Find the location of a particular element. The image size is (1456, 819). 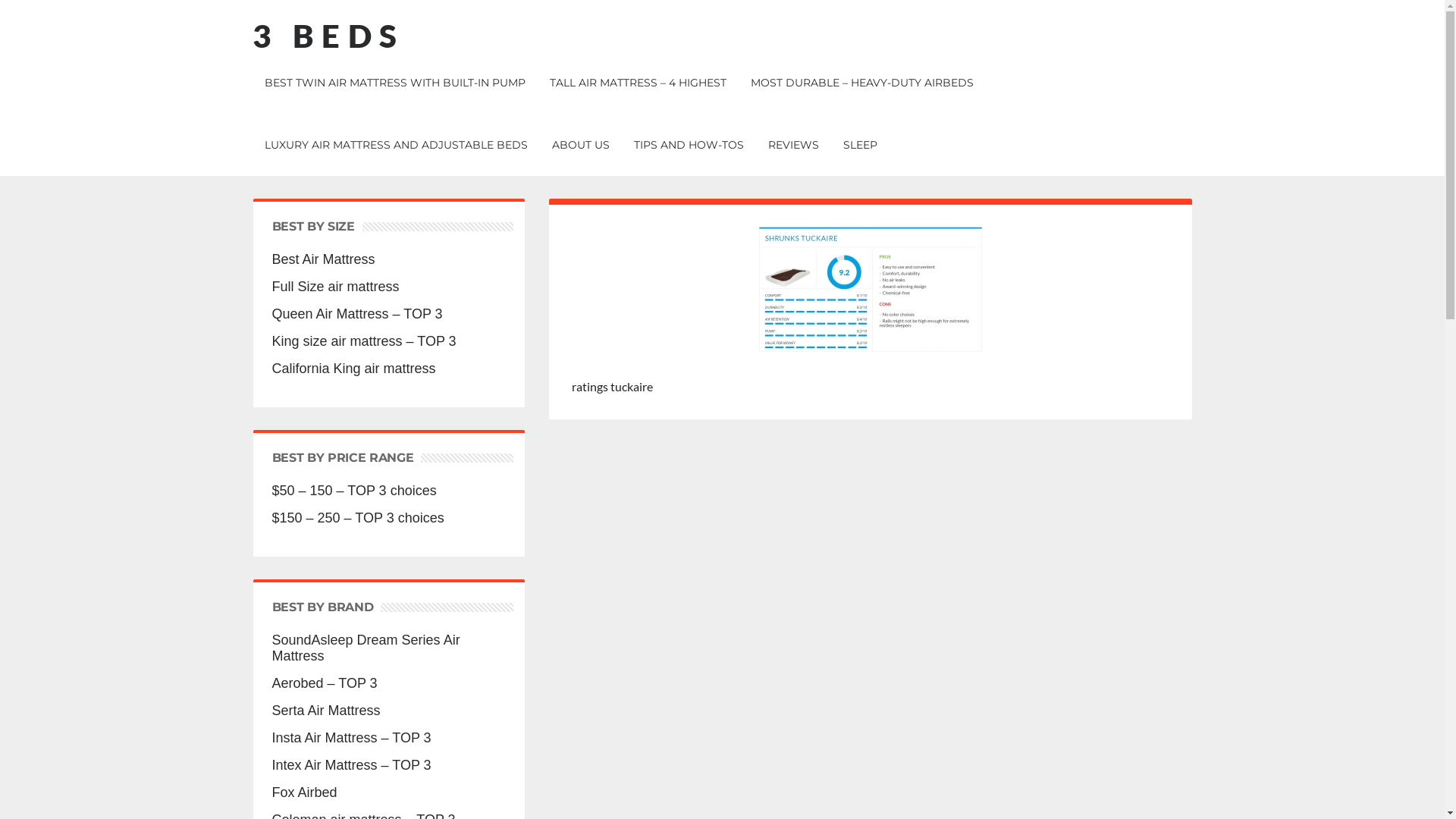

'3 BEDS' is located at coordinates (251, 34).